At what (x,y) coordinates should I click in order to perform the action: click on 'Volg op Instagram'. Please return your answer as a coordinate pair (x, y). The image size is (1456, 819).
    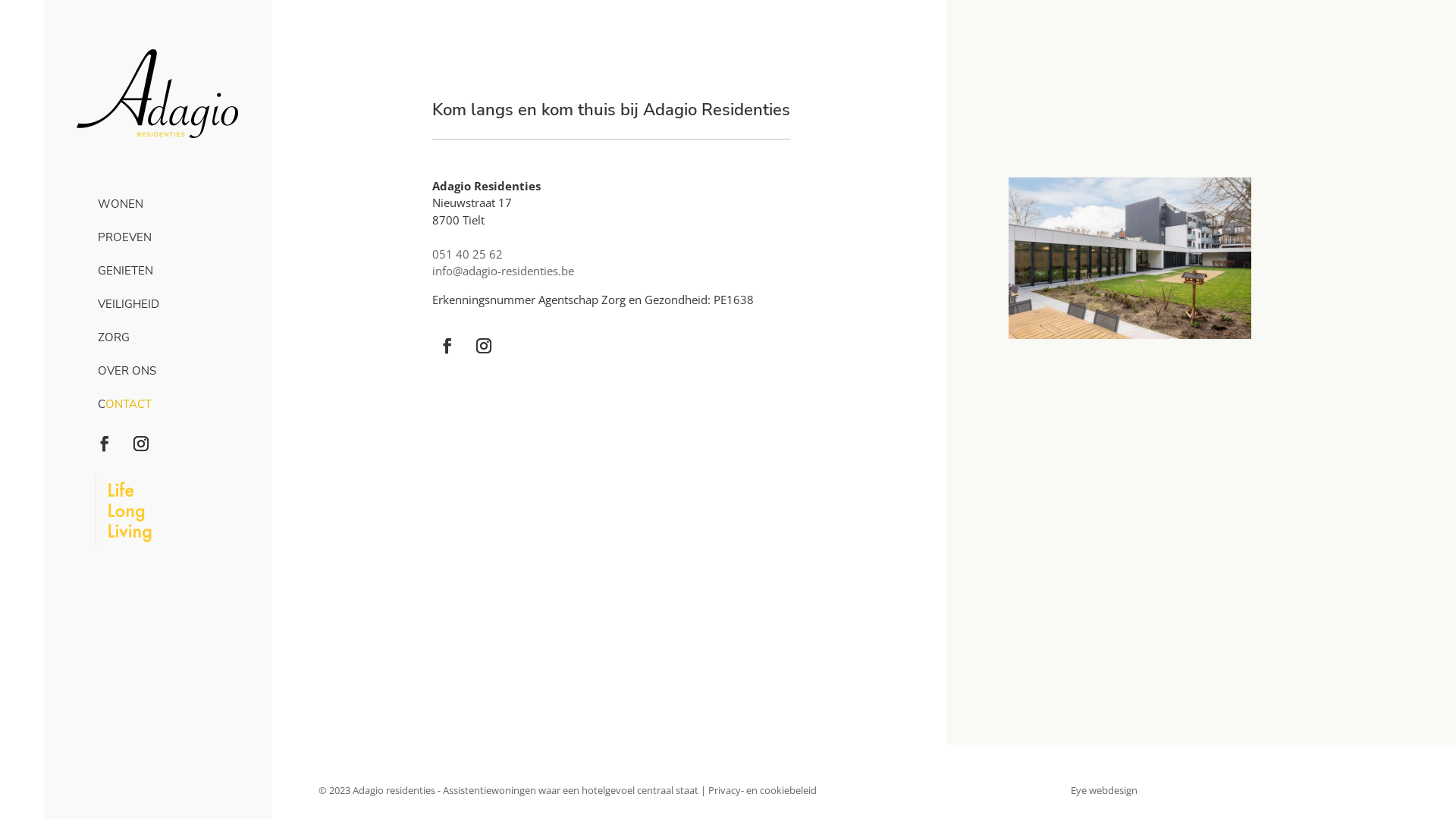
    Looking at the image, I should click on (483, 345).